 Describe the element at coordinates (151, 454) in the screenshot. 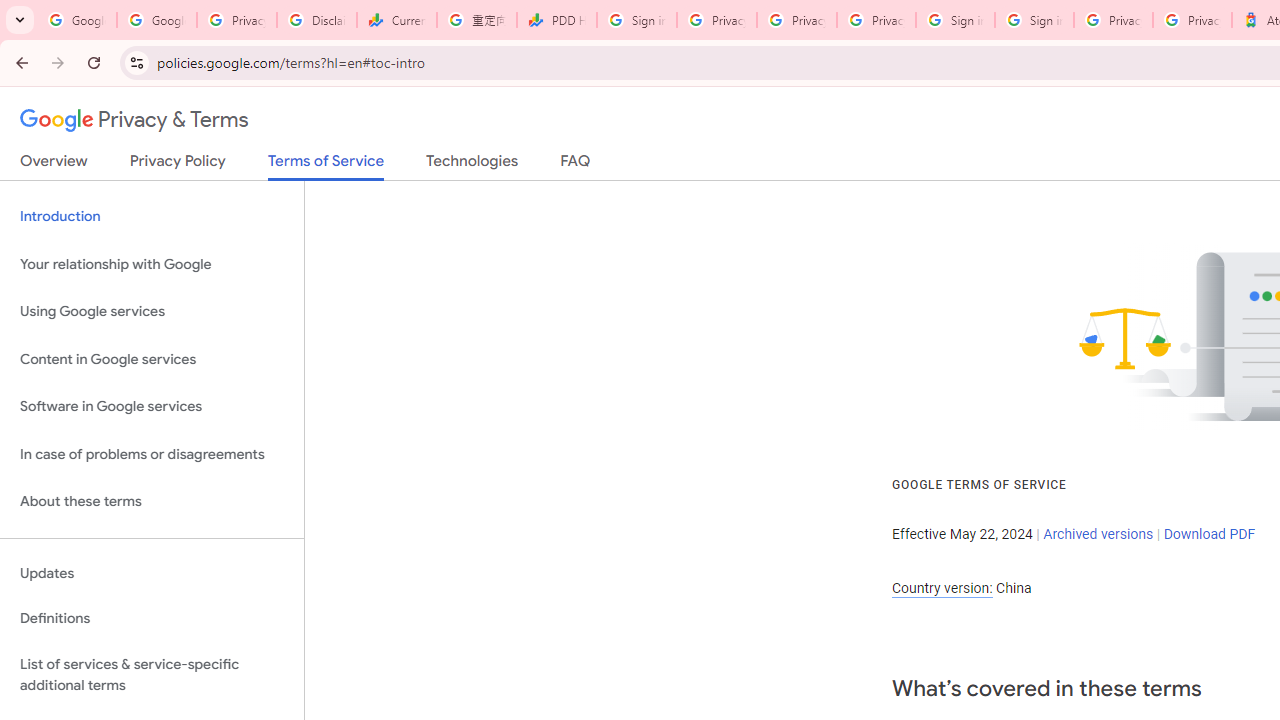

I see `'In case of problems or disagreements'` at that location.